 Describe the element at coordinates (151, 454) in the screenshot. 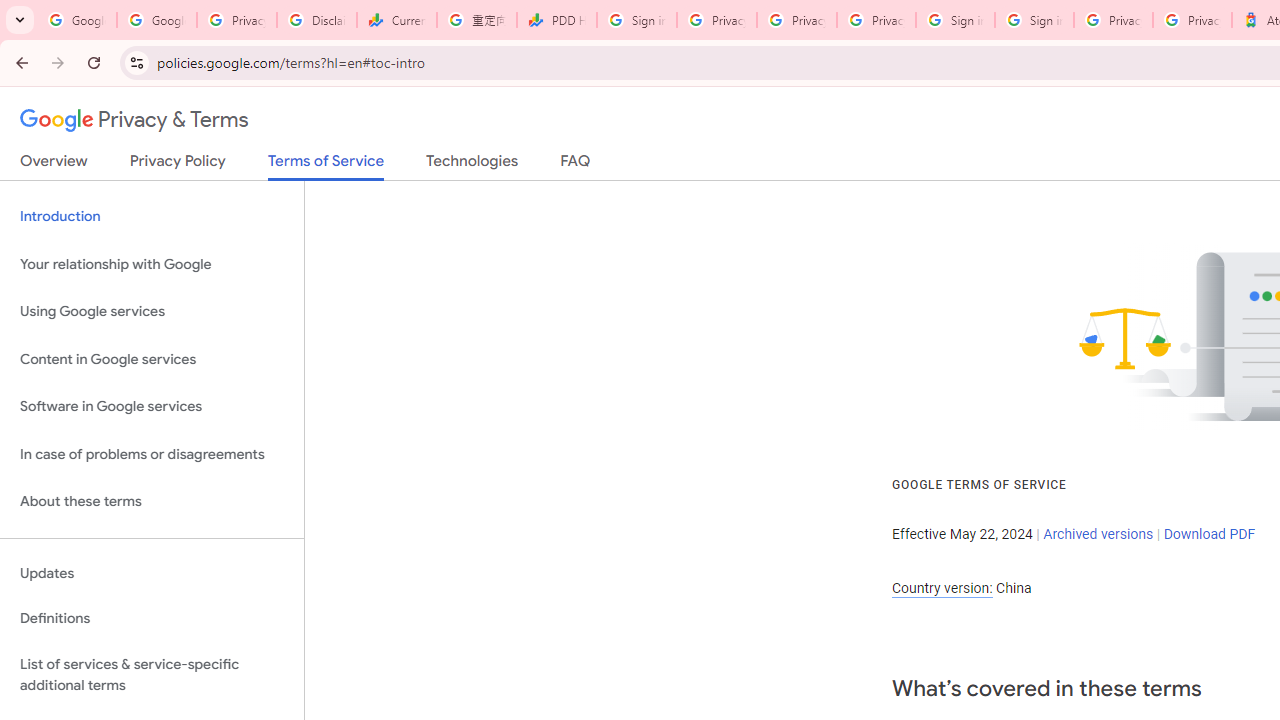

I see `'In case of problems or disagreements'` at that location.